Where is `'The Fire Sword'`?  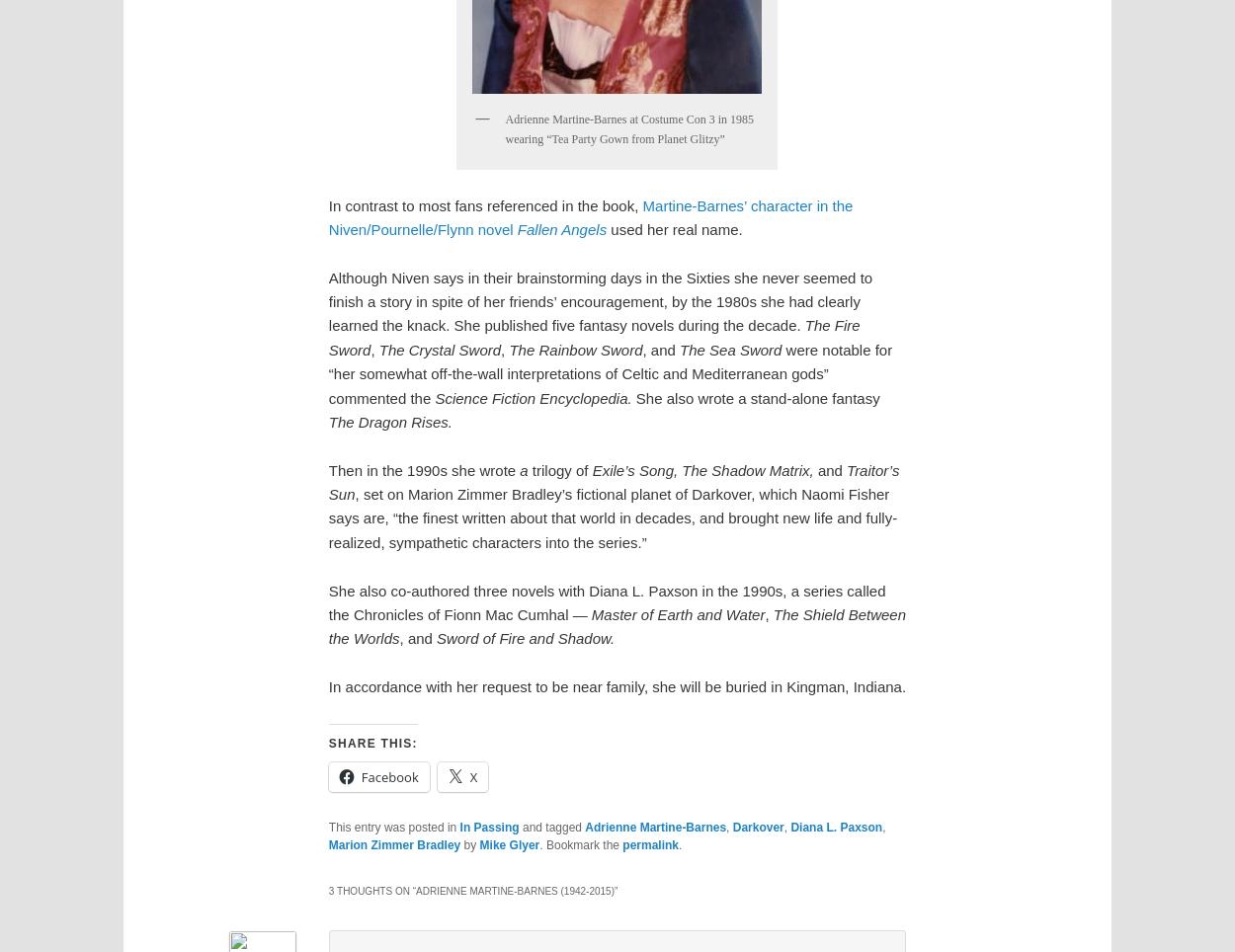 'The Fire Sword' is located at coordinates (593, 336).